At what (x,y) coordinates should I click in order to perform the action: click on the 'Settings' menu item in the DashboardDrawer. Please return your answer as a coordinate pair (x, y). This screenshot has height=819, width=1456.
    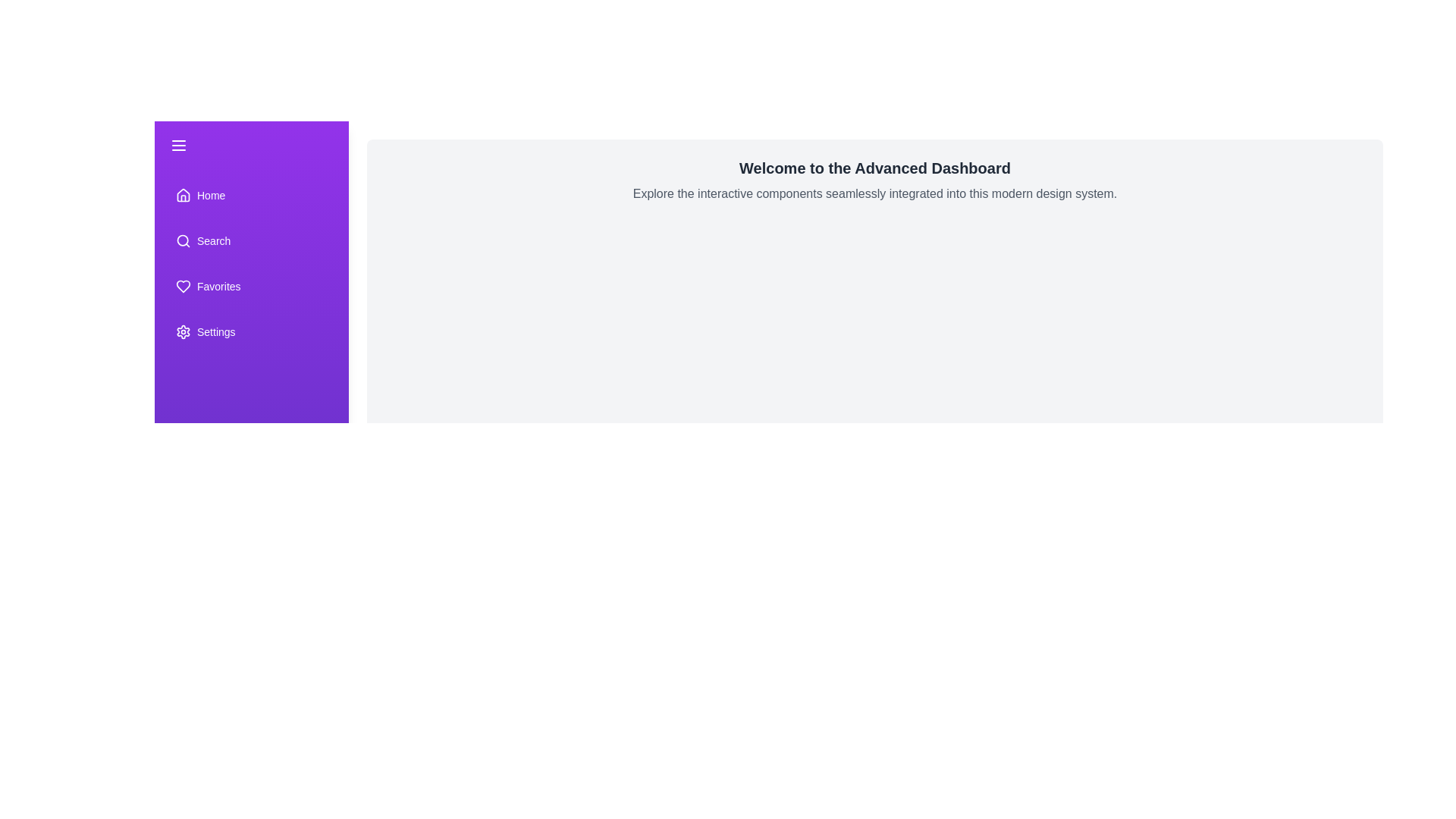
    Looking at the image, I should click on (251, 331).